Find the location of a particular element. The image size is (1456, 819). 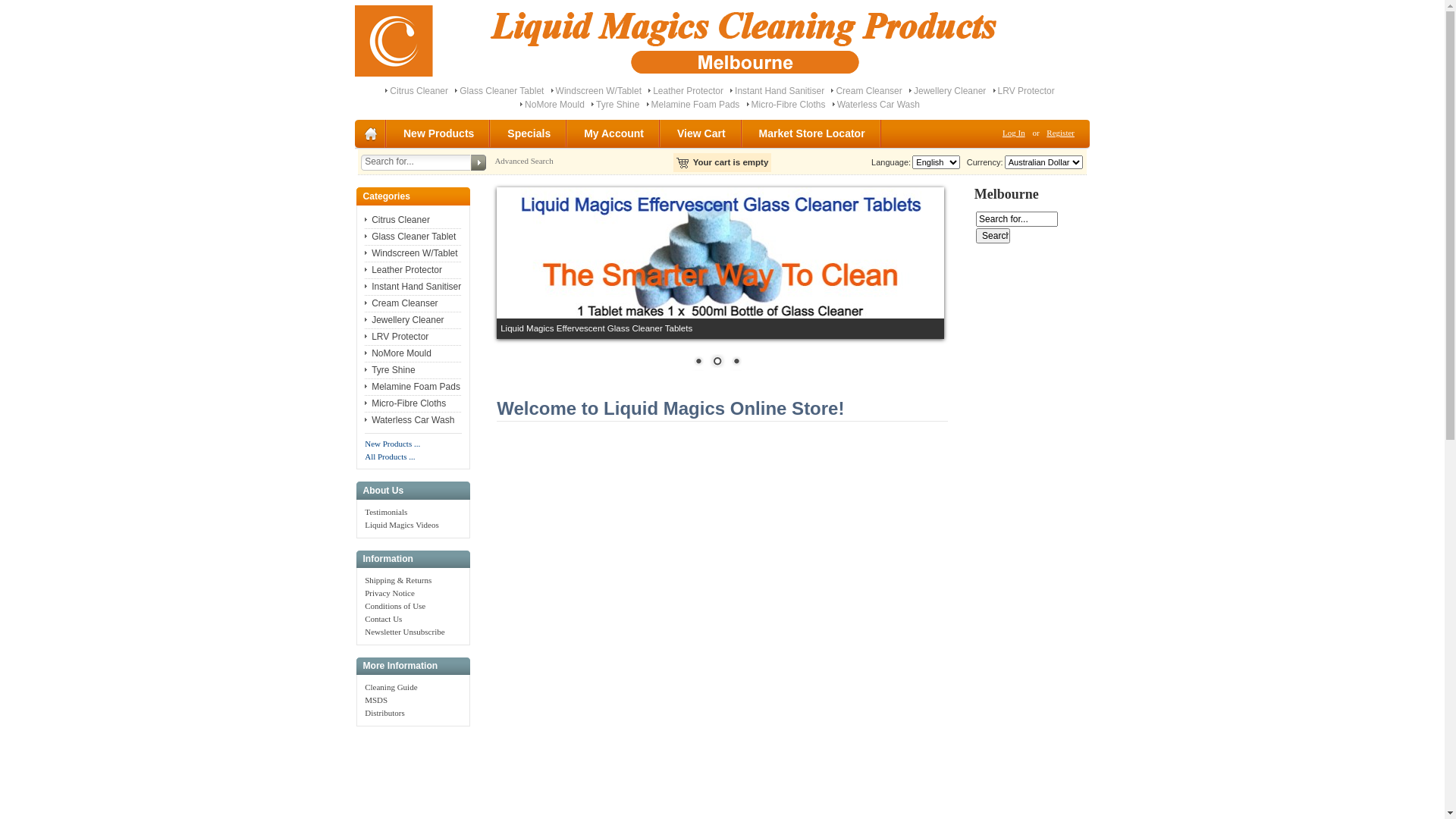

'New Products' is located at coordinates (438, 133).